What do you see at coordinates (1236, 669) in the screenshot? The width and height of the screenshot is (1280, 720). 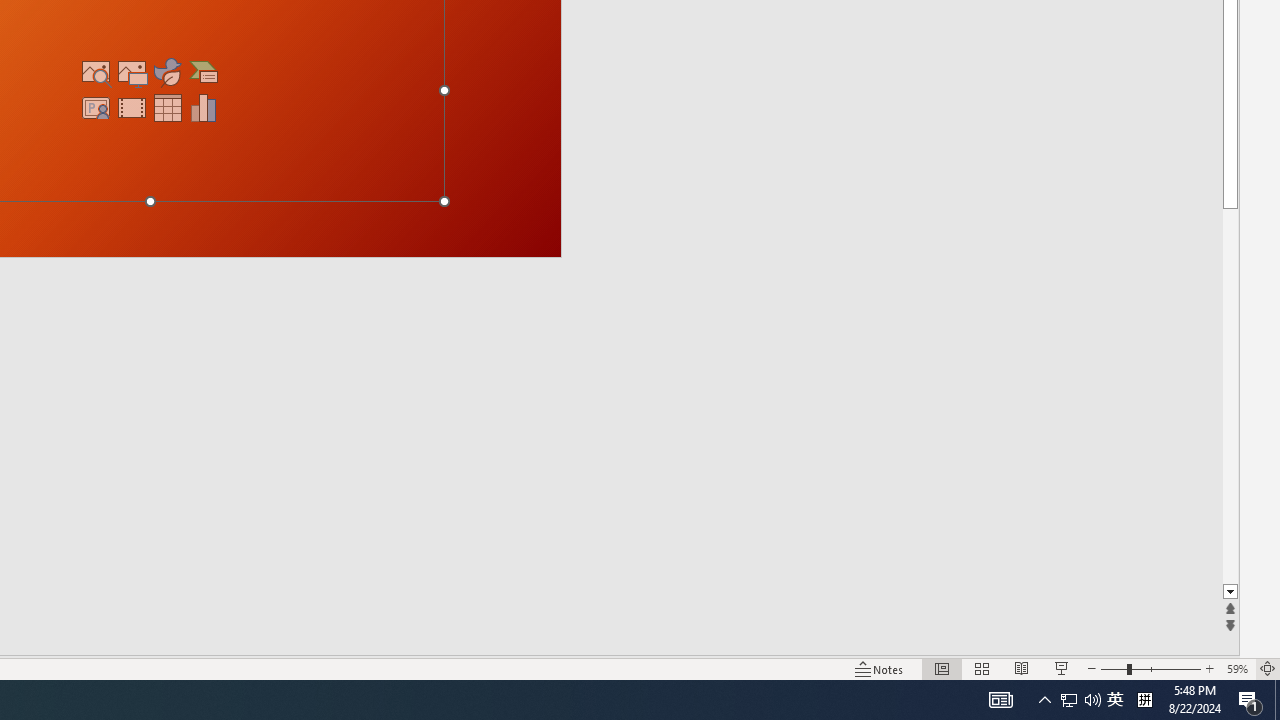 I see `'Zoom 59%'` at bounding box center [1236, 669].